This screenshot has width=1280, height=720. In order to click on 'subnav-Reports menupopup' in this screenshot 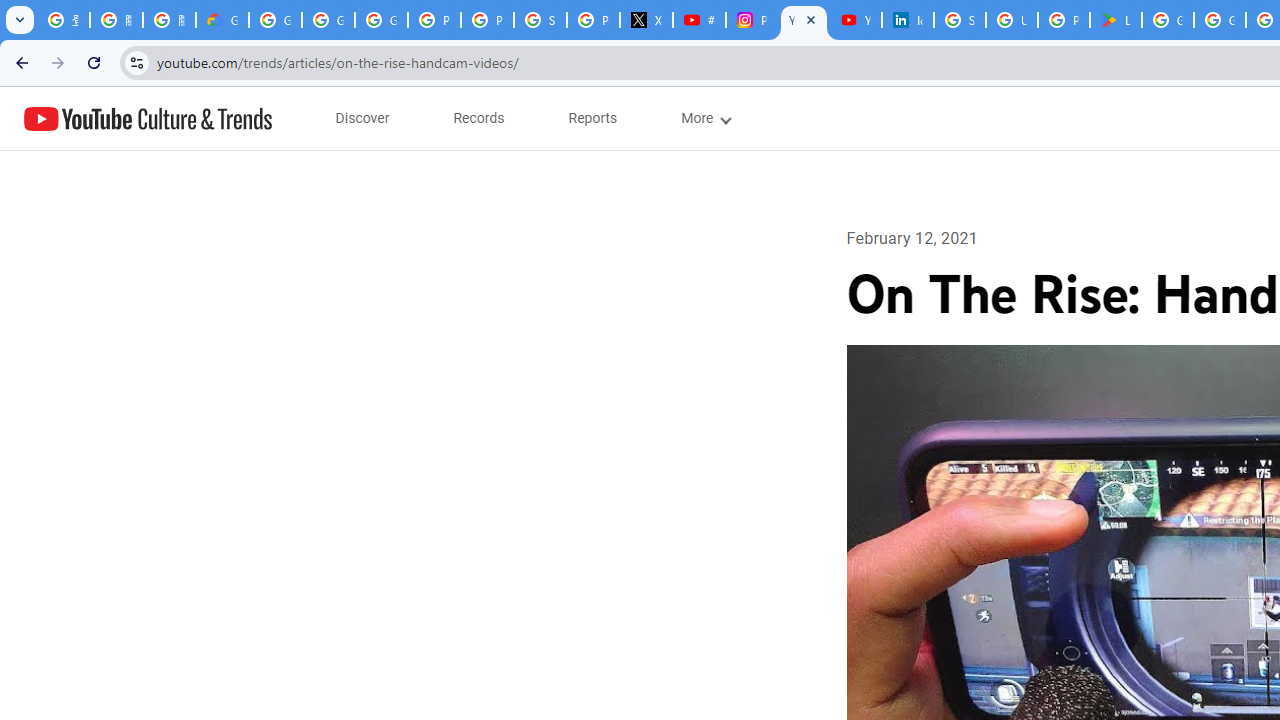, I will do `click(592, 118)`.